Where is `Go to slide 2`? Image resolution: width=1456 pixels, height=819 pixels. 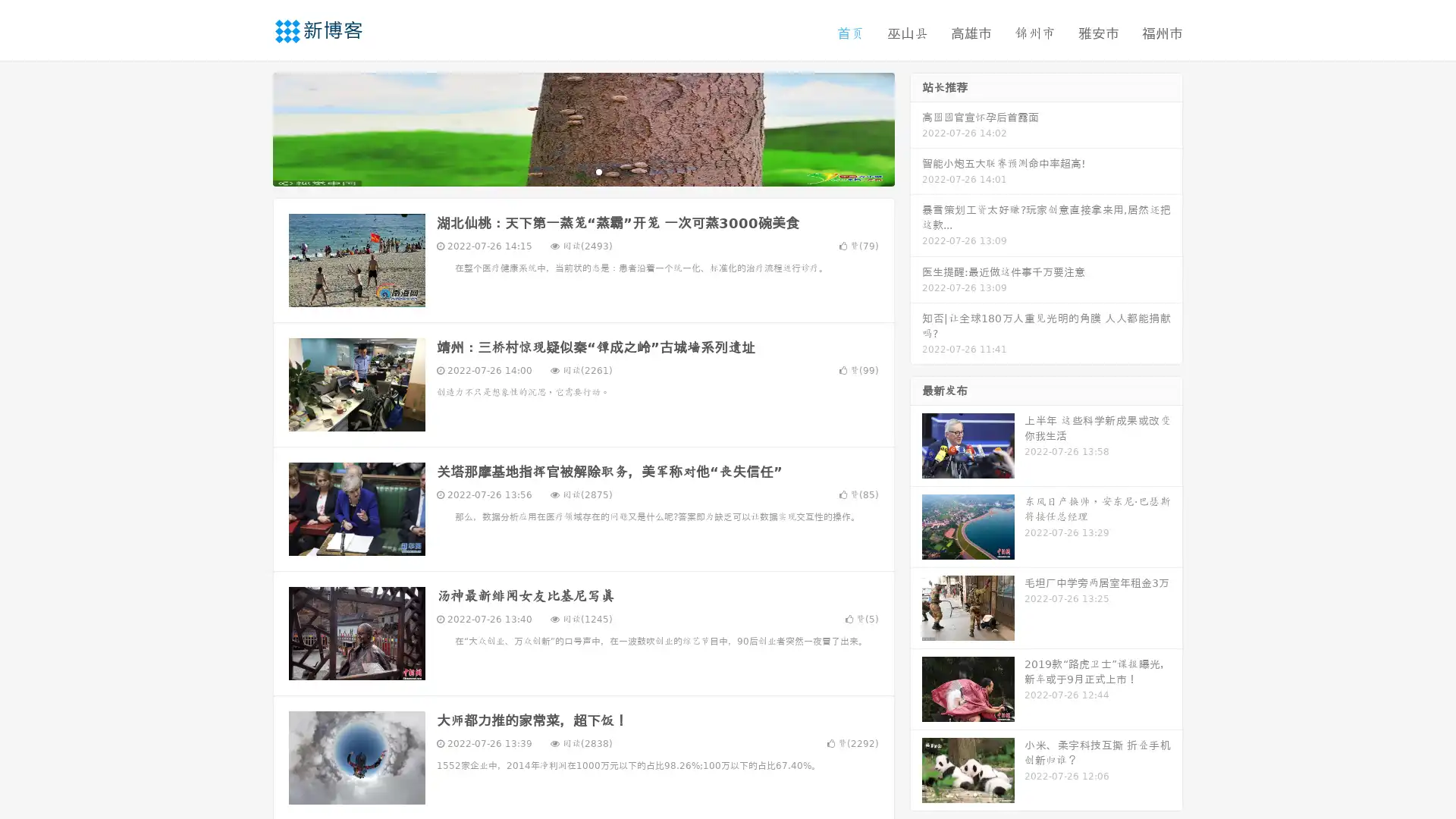 Go to slide 2 is located at coordinates (582, 171).